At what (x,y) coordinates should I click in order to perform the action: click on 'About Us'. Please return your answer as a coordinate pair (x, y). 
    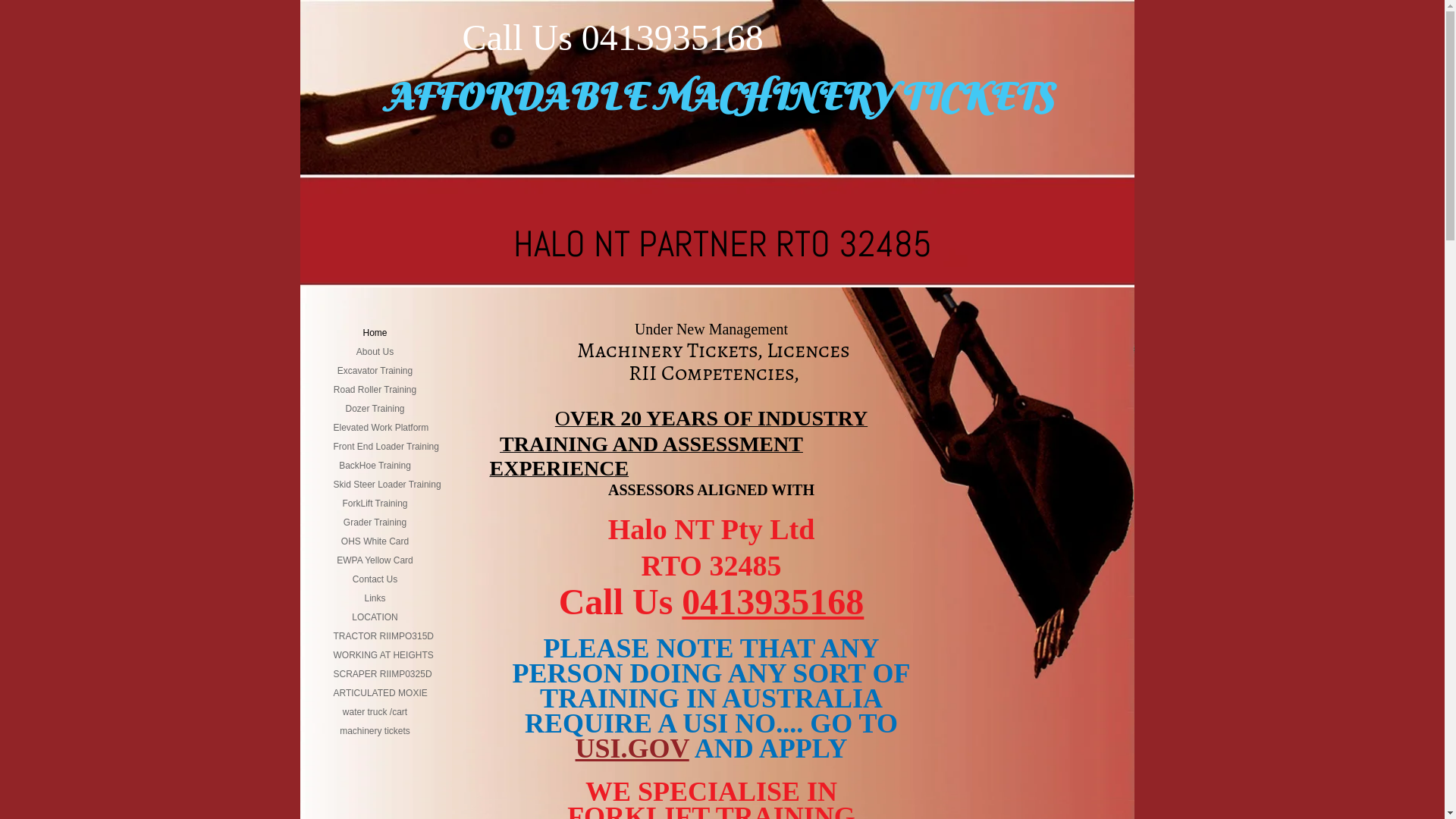
    Looking at the image, I should click on (375, 351).